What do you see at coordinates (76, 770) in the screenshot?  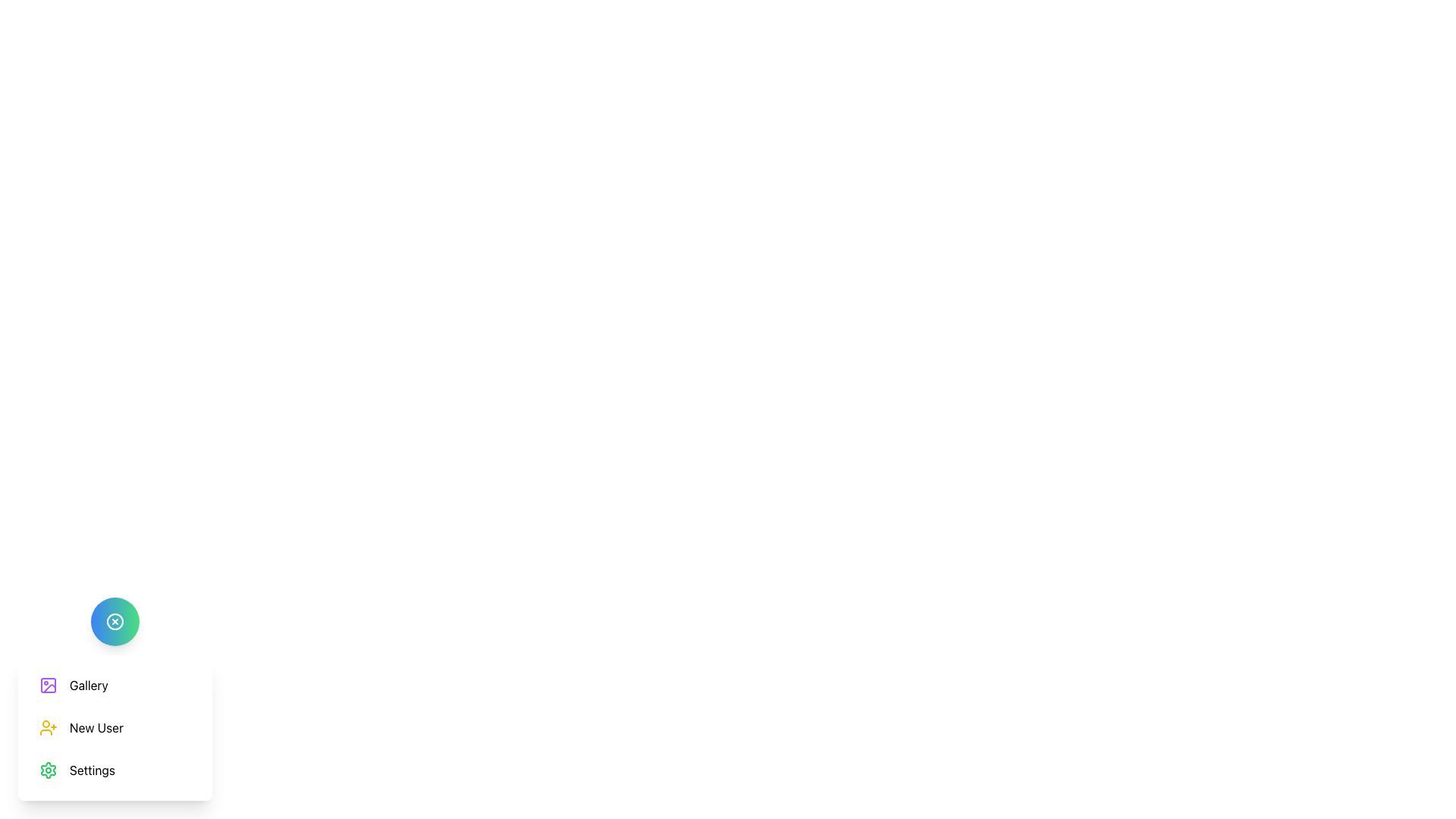 I see `the 'Settings' button, which is the third item in a vertical menu represented with a gear icon and the text 'Settings'` at bounding box center [76, 770].